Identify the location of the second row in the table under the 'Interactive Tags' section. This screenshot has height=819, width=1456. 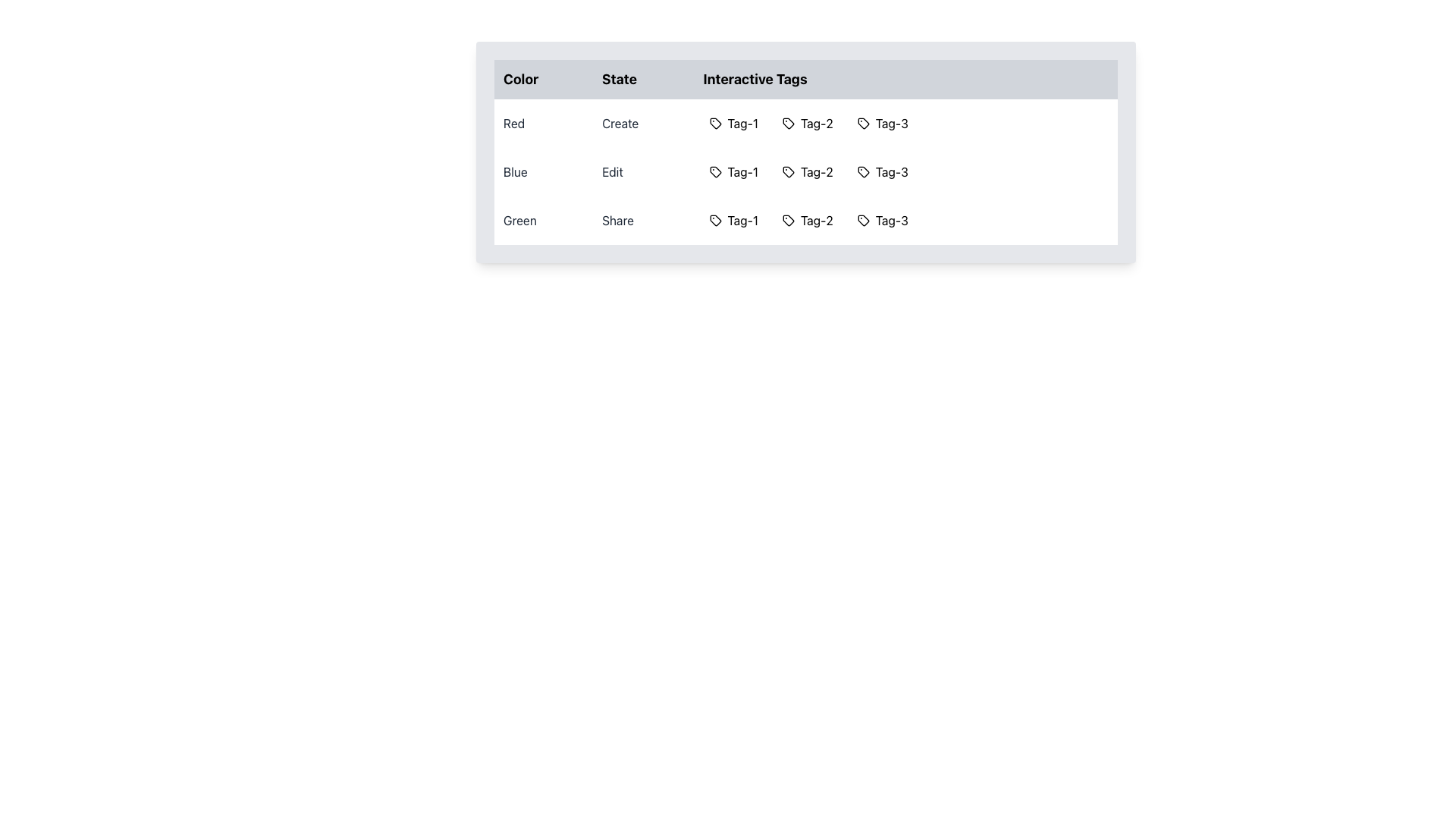
(805, 171).